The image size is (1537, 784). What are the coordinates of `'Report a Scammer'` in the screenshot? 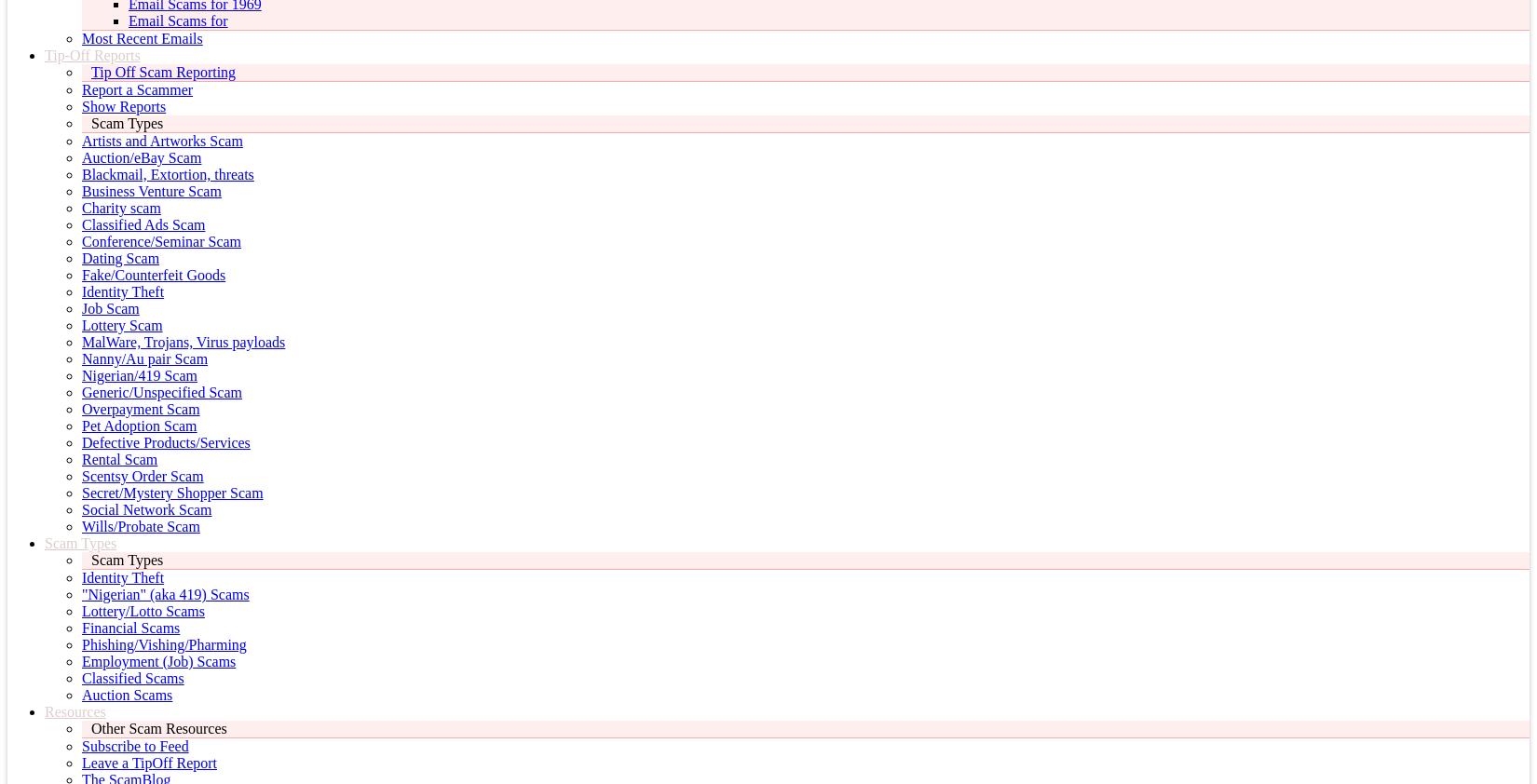 It's located at (137, 88).